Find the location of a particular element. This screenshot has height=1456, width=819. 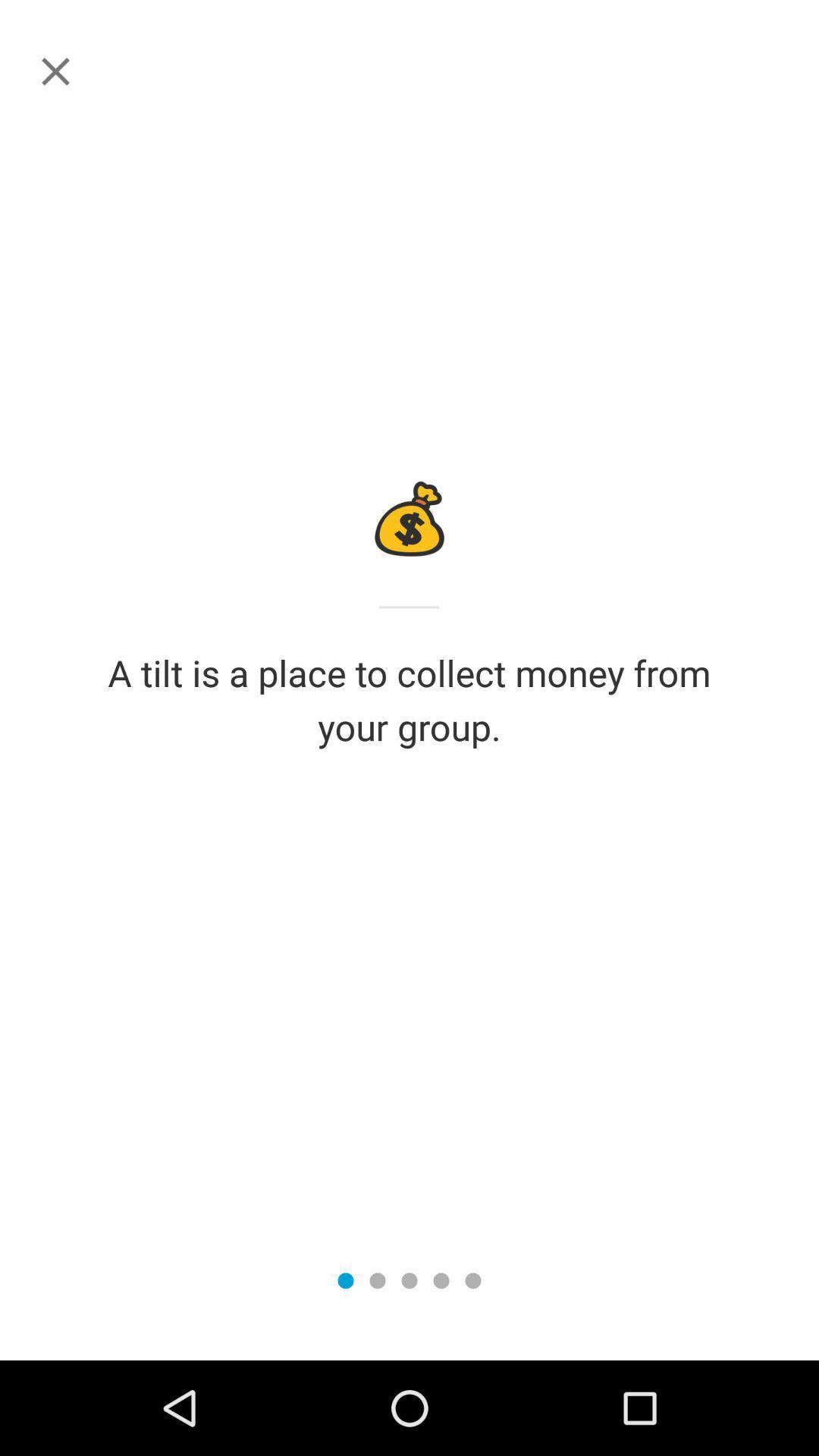

closes app is located at coordinates (55, 71).